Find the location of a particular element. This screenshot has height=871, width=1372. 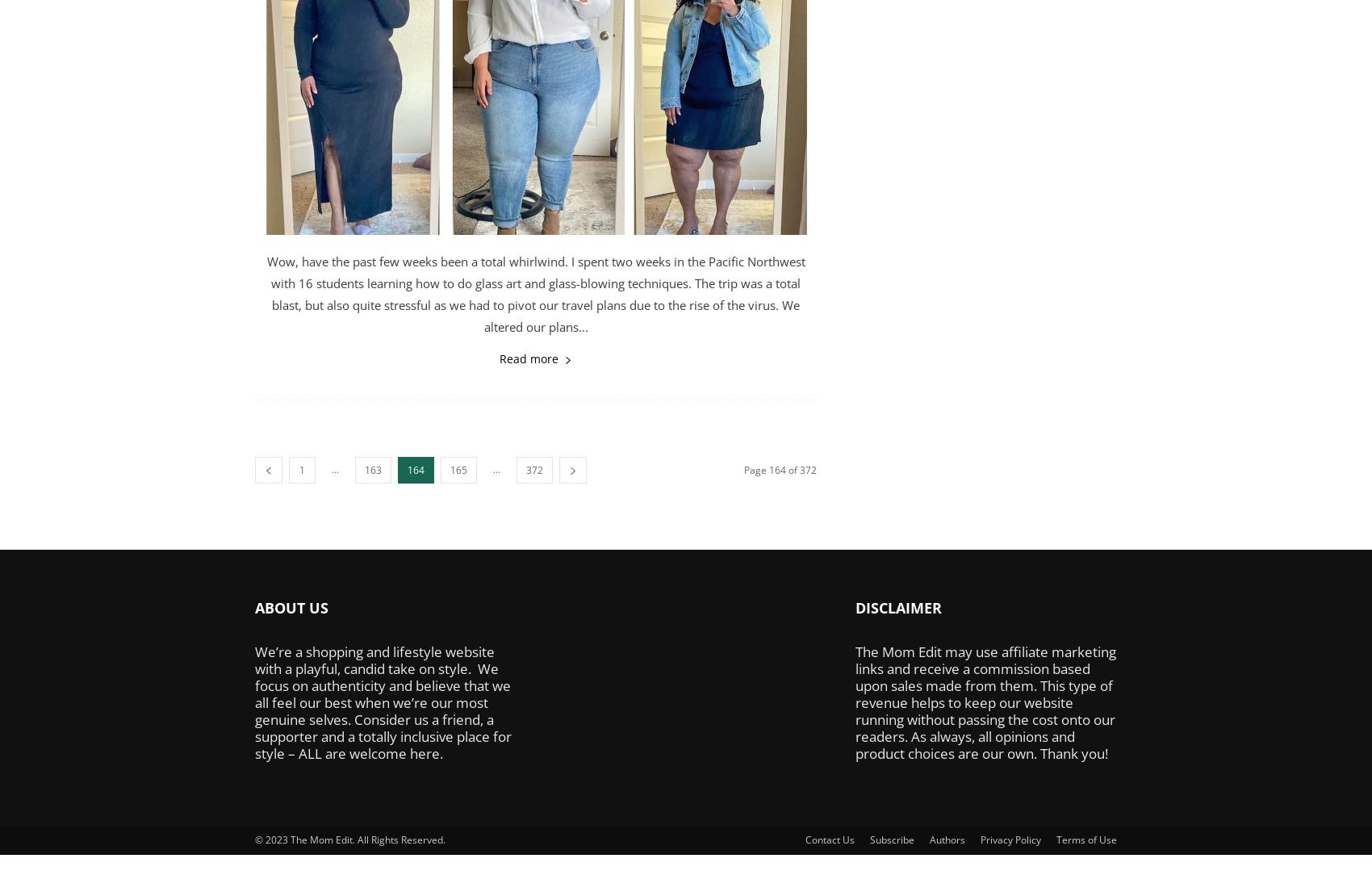

'1' is located at coordinates (301, 470).